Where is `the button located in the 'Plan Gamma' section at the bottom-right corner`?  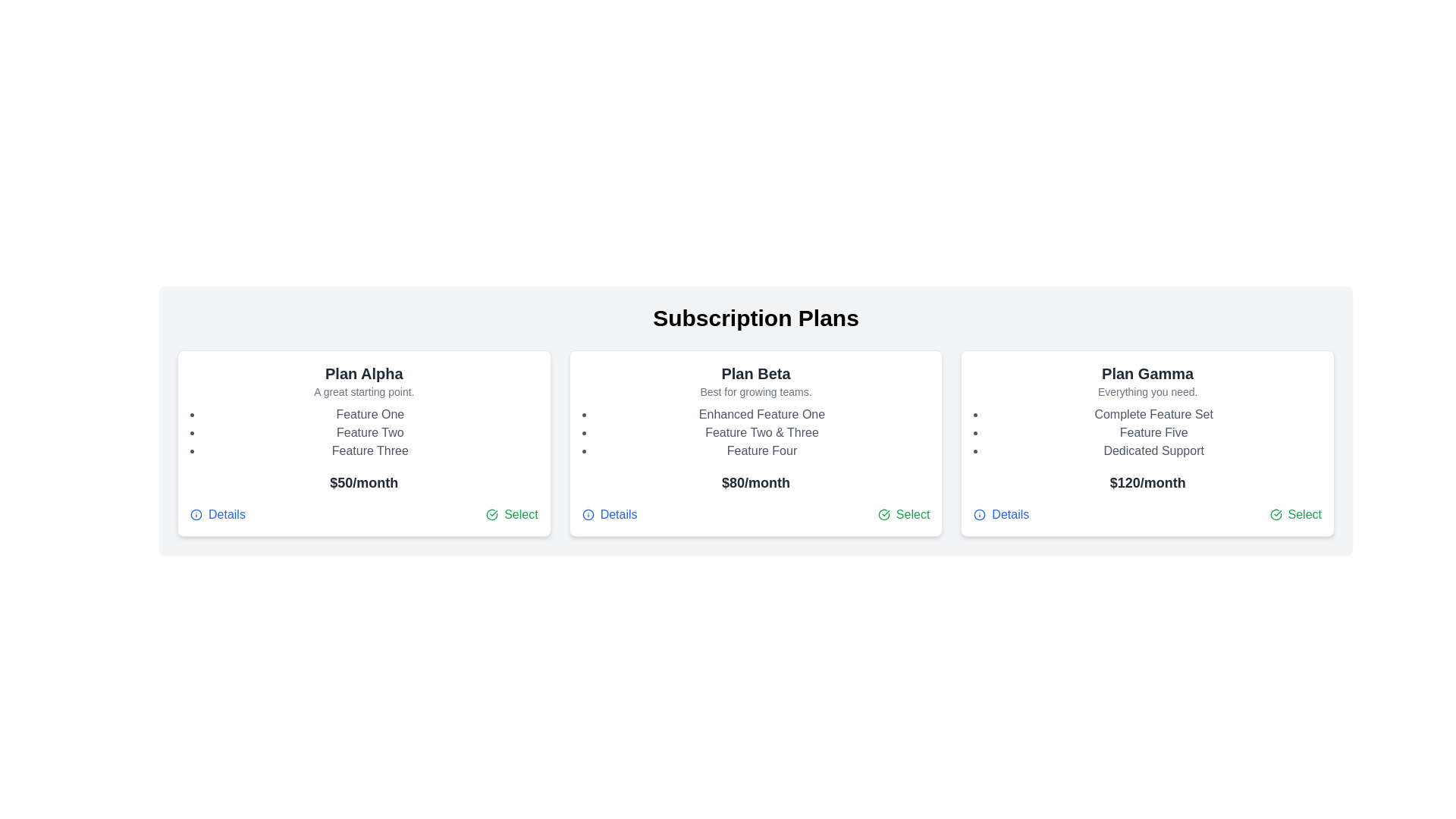 the button located in the 'Plan Gamma' section at the bottom-right corner is located at coordinates (1294, 513).